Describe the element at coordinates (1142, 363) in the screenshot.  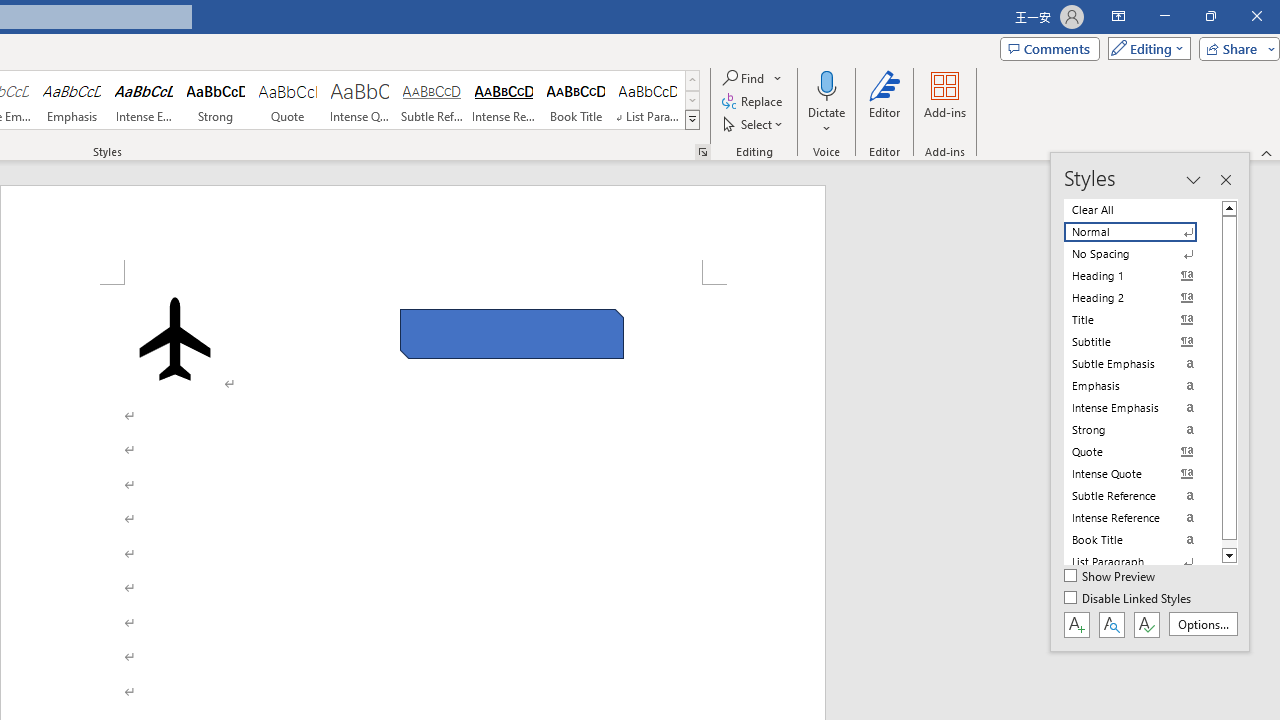
I see `'Subtle Emphasis'` at that location.